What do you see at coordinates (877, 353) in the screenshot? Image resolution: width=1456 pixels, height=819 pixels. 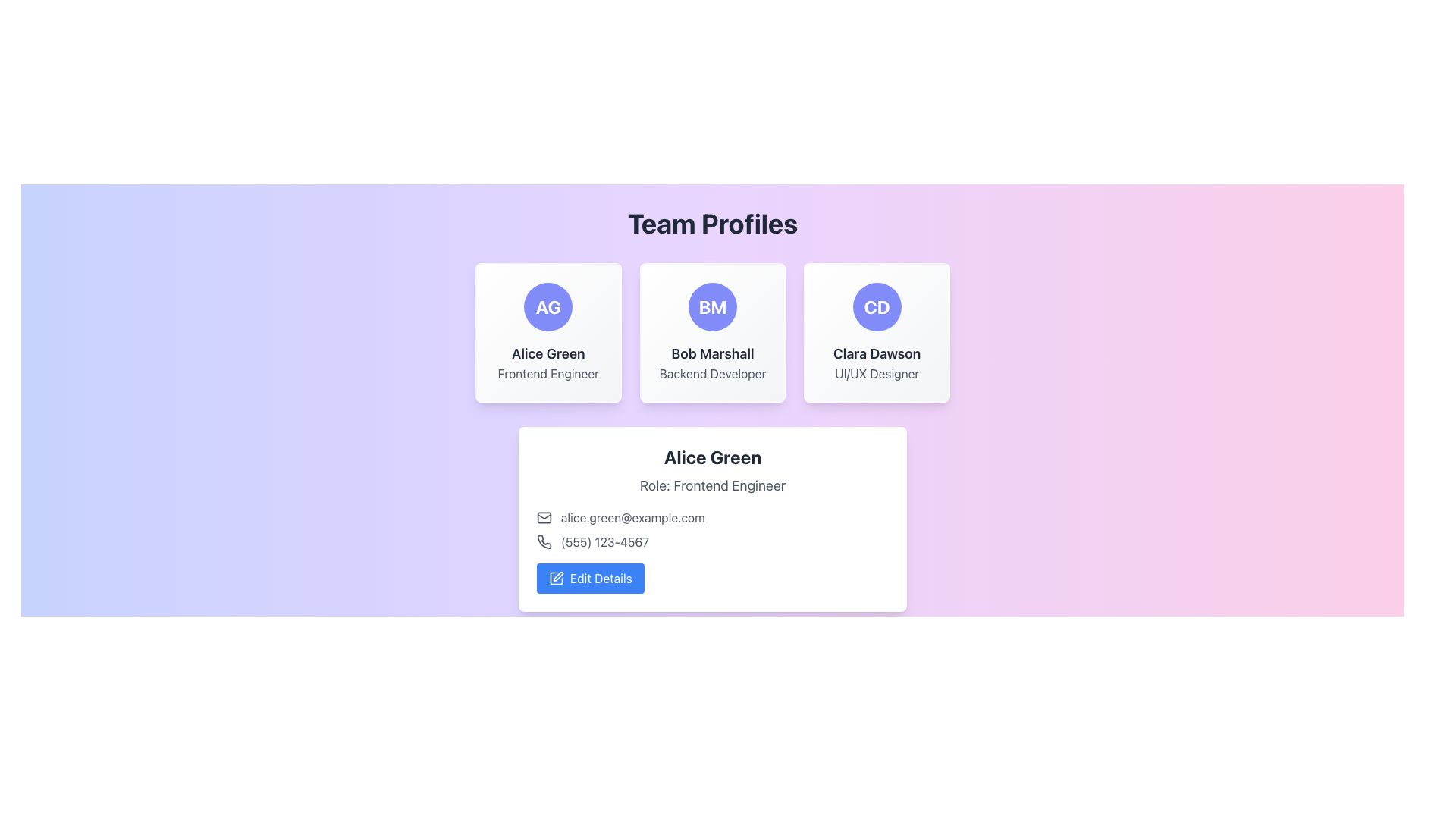 I see `the text label displaying 'Clara Dawson', which is positioned below the avatar with initials 'CD' and above the role description 'UI/UX Designer' within the card-like structure` at bounding box center [877, 353].